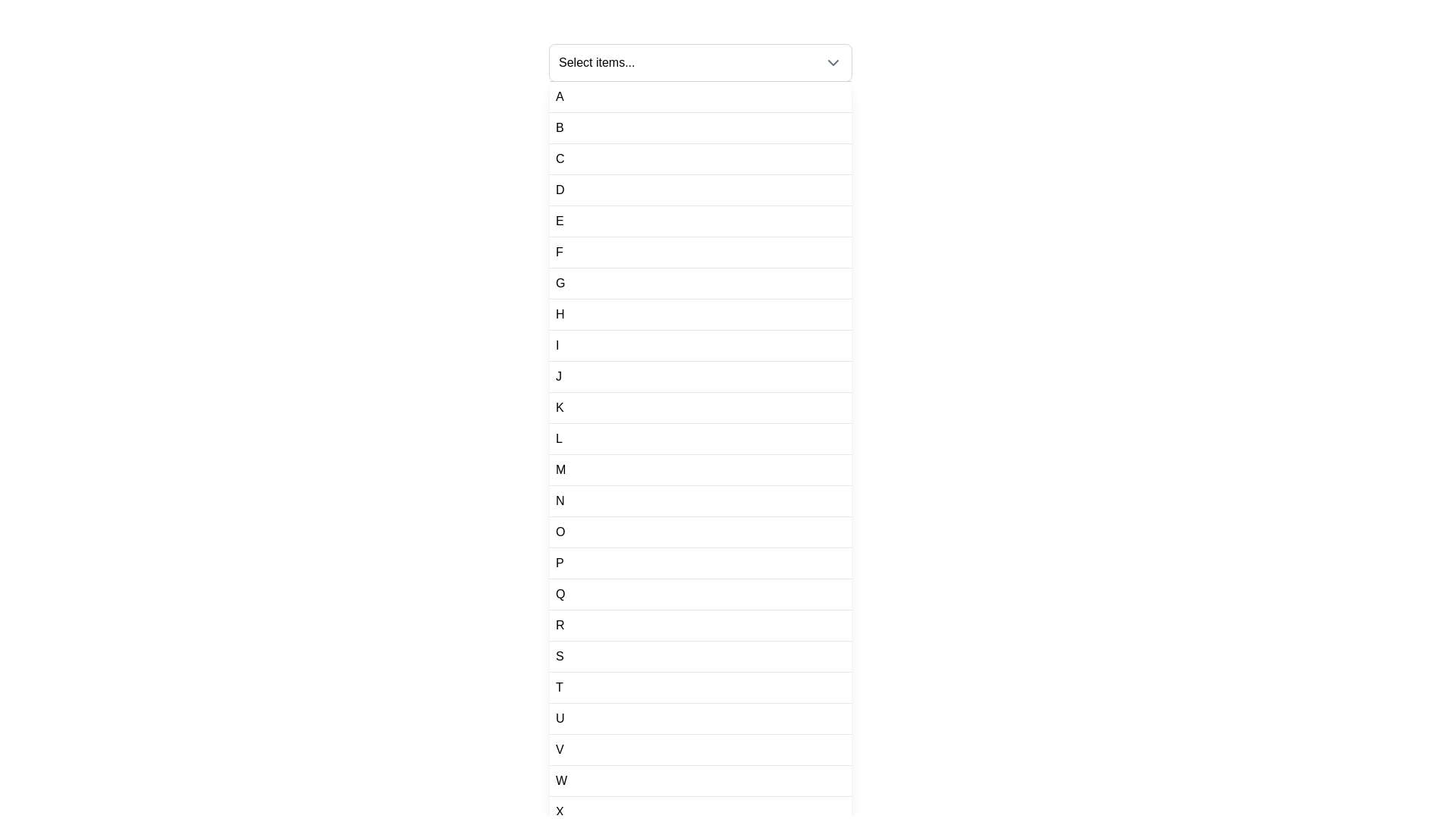 The height and width of the screenshot is (819, 1456). I want to click on the 8th option in the vertical list of alphabetically ordered options, so click(700, 314).